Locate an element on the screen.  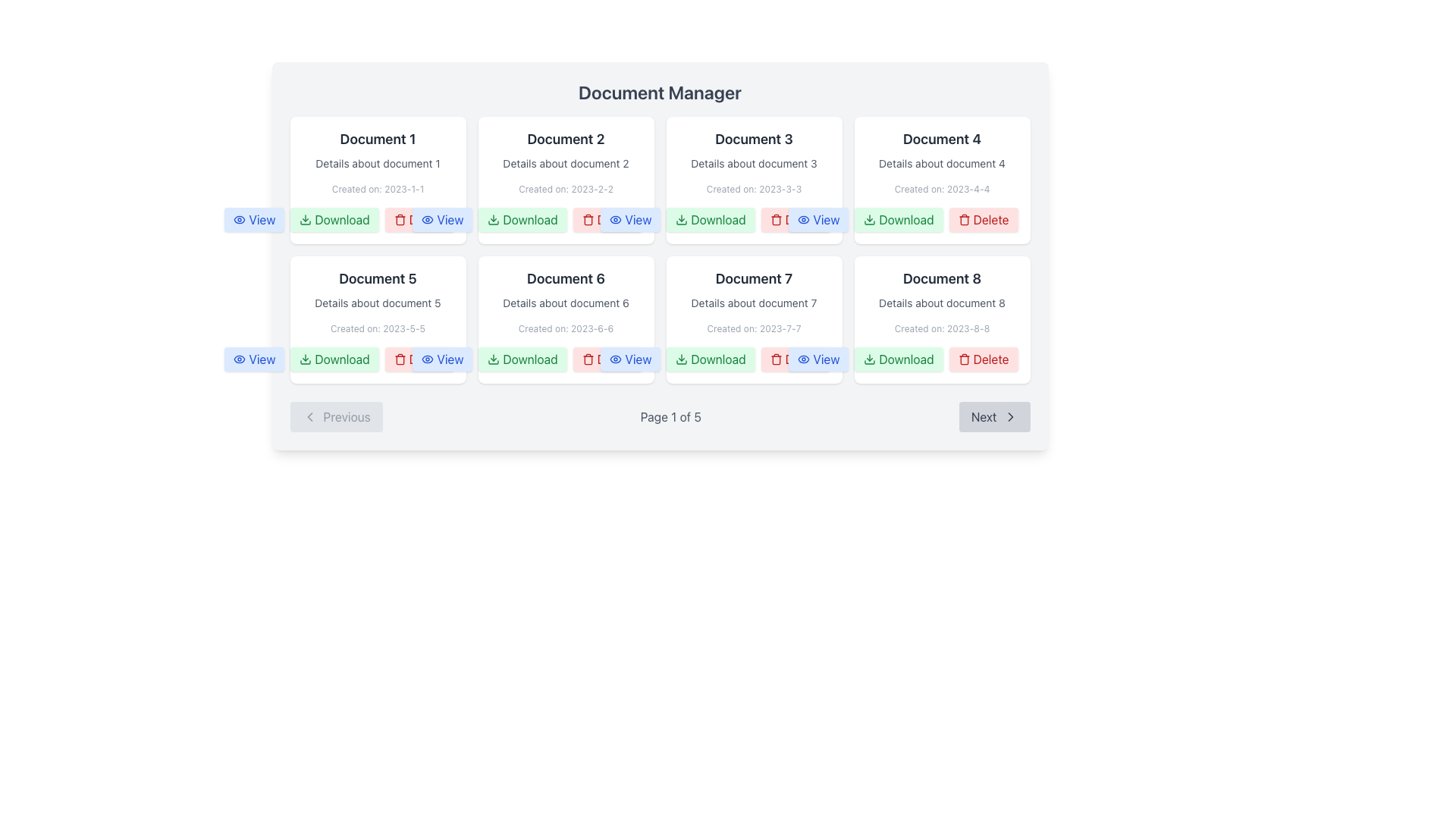
the 'View' button, which is visually represented by an eye icon, located below 'Document 5' with a blue background and rounded corners is located at coordinates (427, 359).